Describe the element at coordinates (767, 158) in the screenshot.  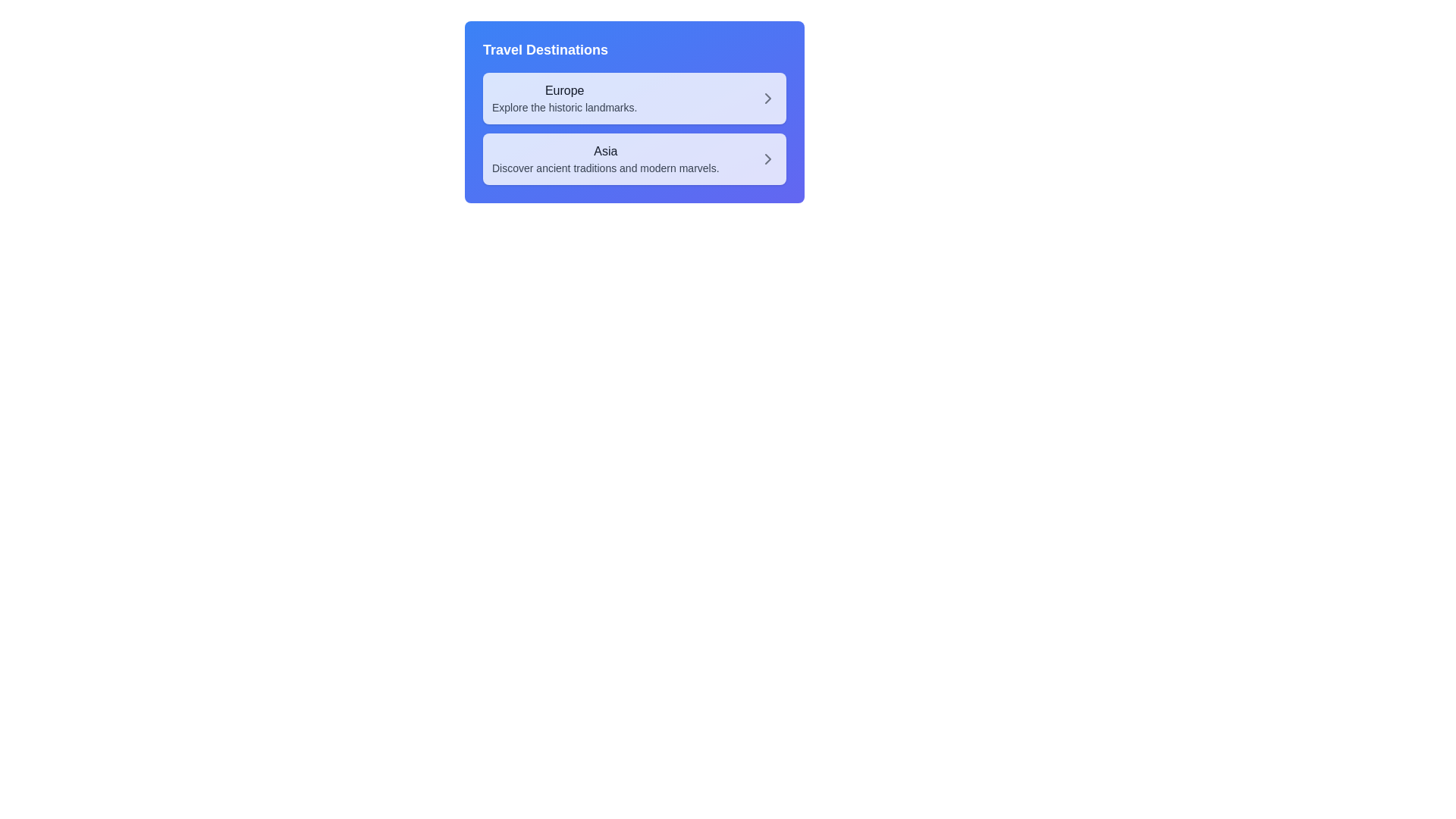
I see `the Chevron icon located at the rightmost area of the card labeled 'Asia', which indicates navigation or expansion functionality` at that location.